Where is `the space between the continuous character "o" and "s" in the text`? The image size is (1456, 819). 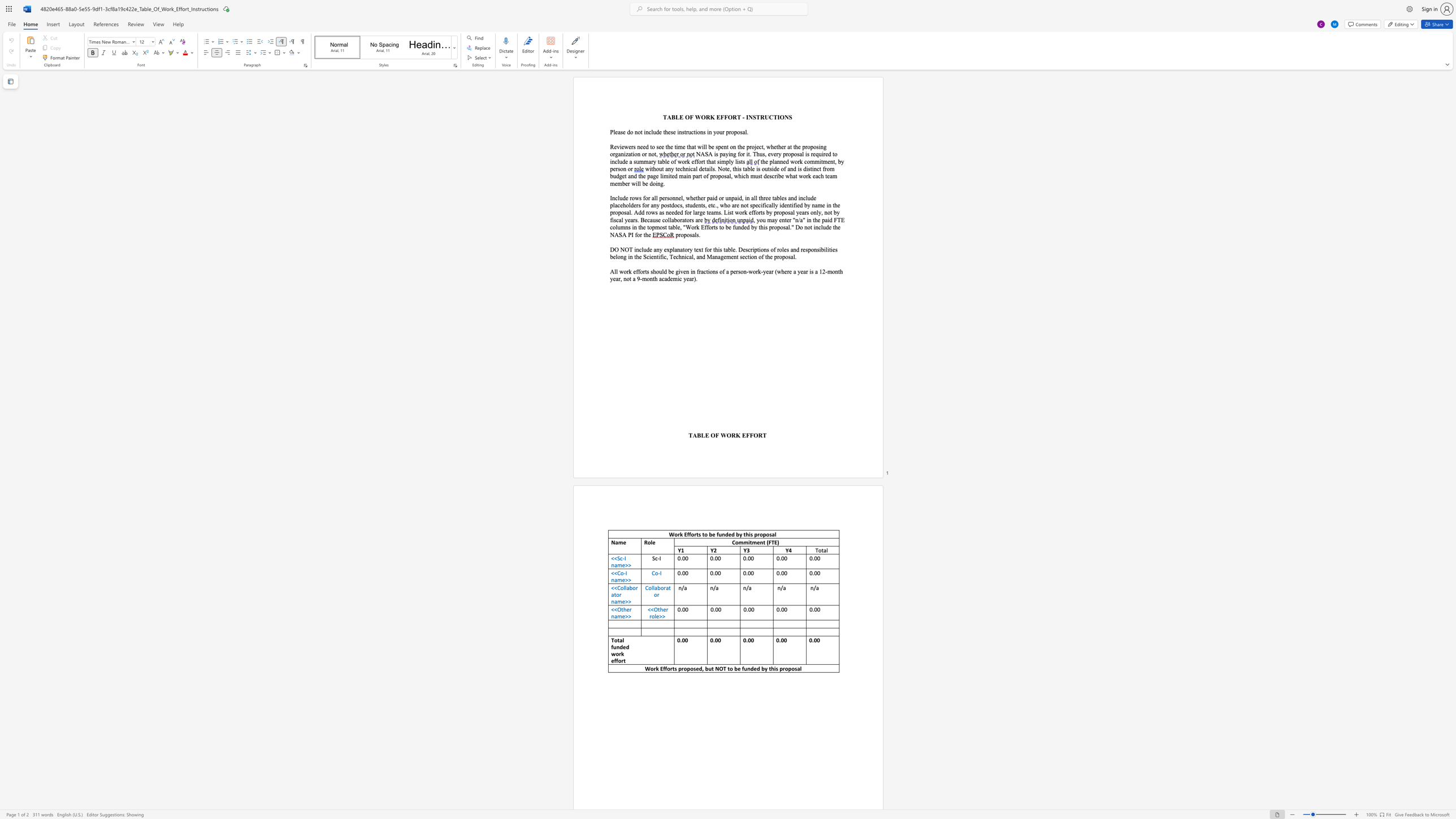
the space between the continuous character "o" and "s" in the text is located at coordinates (816, 146).